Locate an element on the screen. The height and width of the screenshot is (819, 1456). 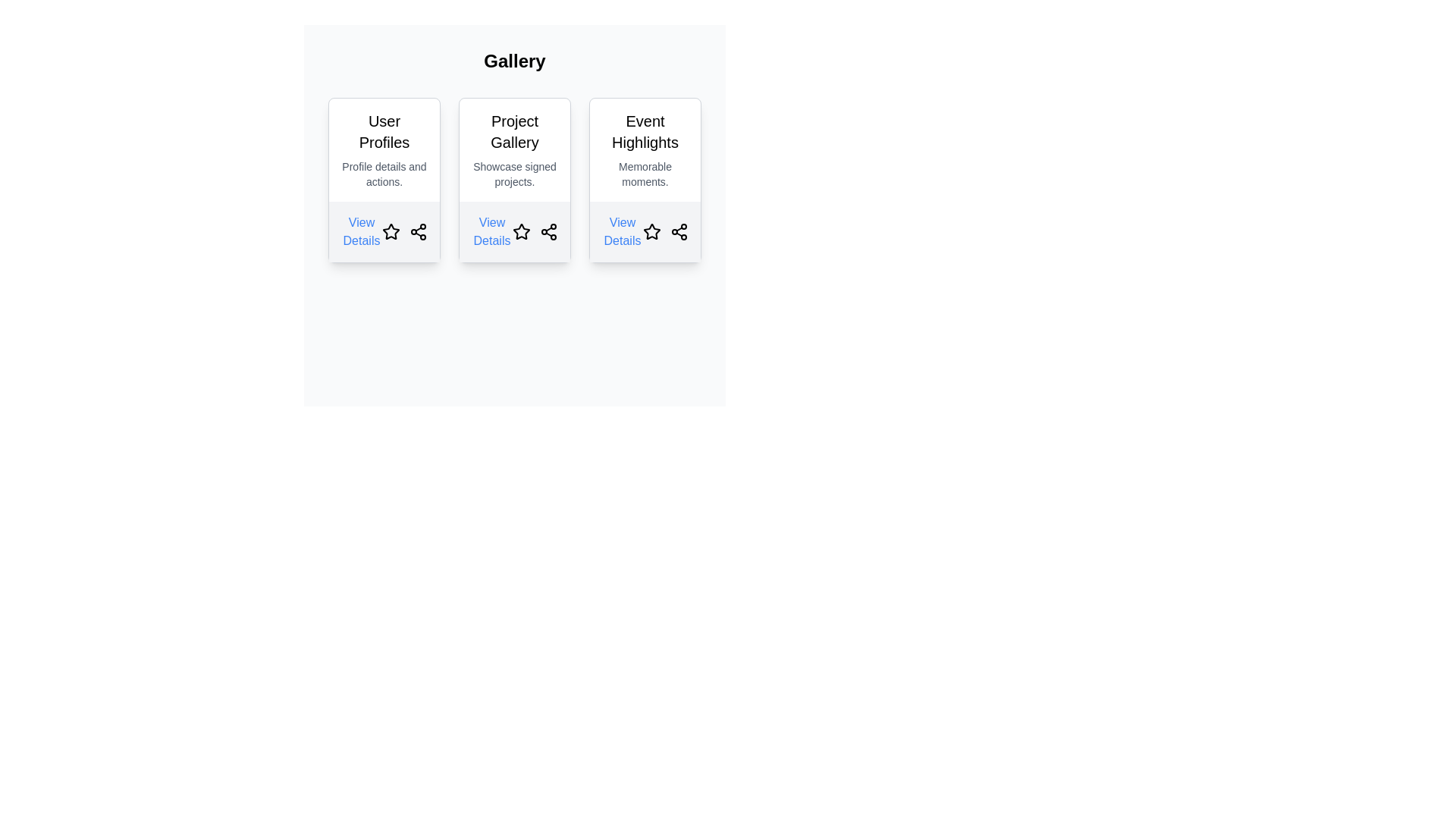
the sharing icon located in the bottom control row of the 'Event Highlights' card, immediately to the right of the star-shaped icon is located at coordinates (679, 231).